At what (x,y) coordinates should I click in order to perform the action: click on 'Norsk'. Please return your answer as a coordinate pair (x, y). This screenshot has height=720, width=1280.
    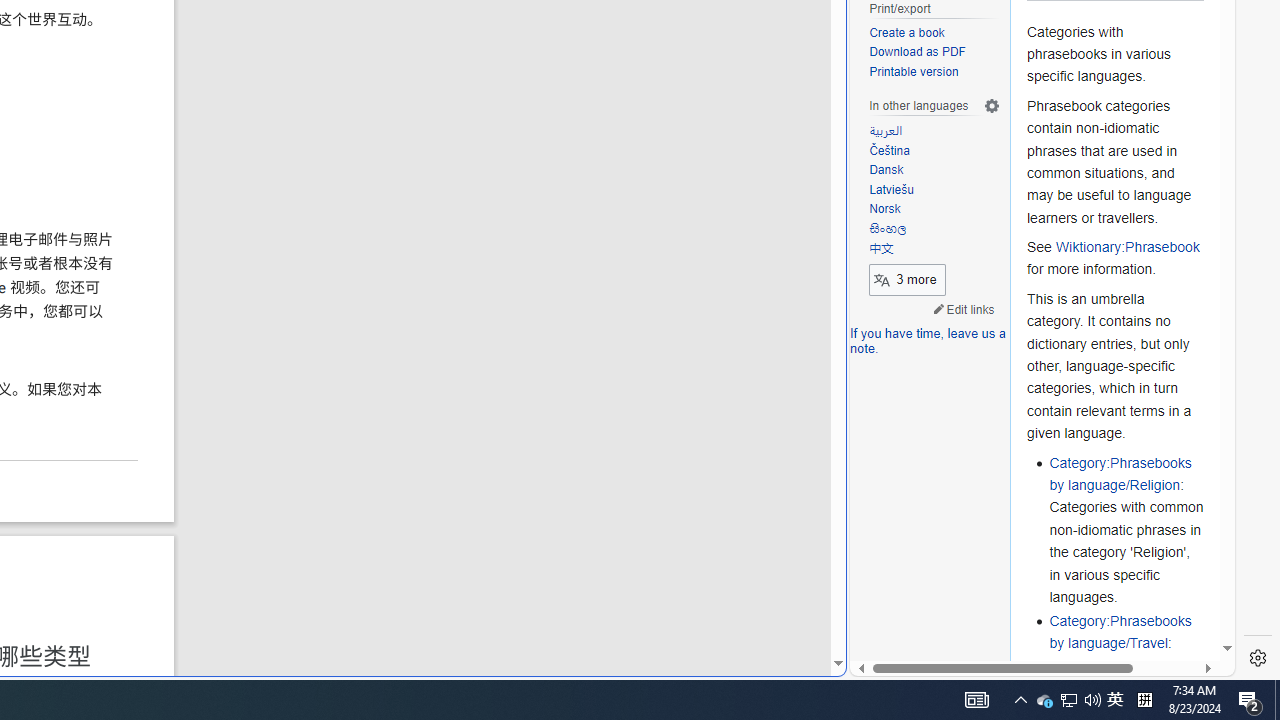
    Looking at the image, I should click on (934, 210).